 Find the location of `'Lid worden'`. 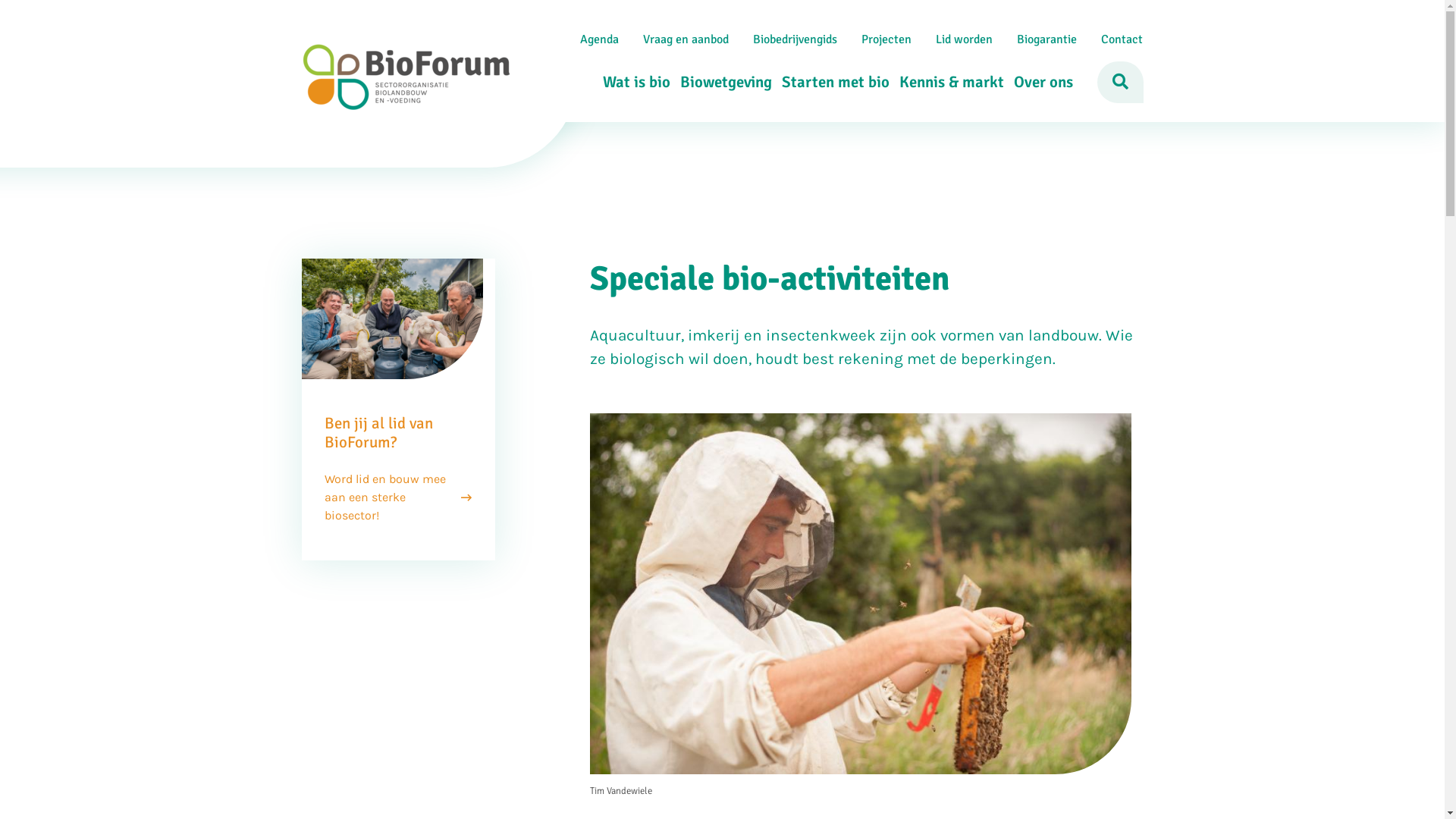

'Lid worden' is located at coordinates (923, 38).